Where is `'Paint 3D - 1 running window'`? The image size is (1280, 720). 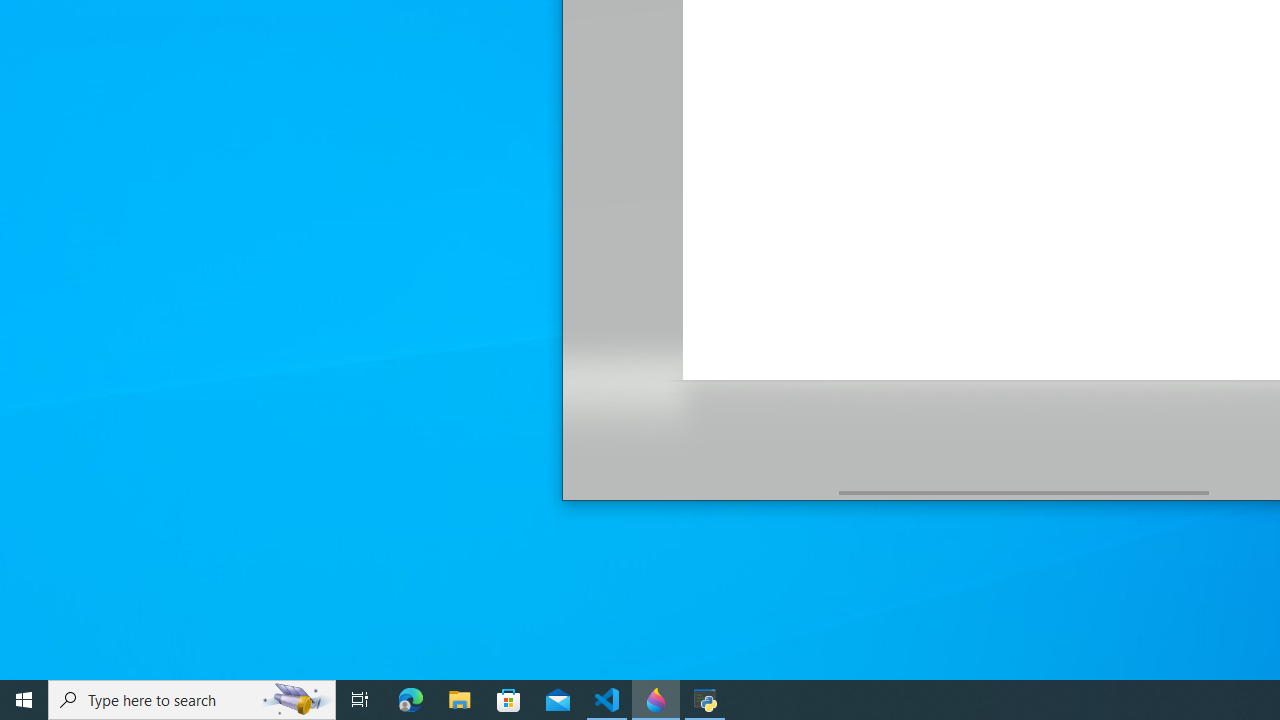
'Paint 3D - 1 running window' is located at coordinates (656, 698).